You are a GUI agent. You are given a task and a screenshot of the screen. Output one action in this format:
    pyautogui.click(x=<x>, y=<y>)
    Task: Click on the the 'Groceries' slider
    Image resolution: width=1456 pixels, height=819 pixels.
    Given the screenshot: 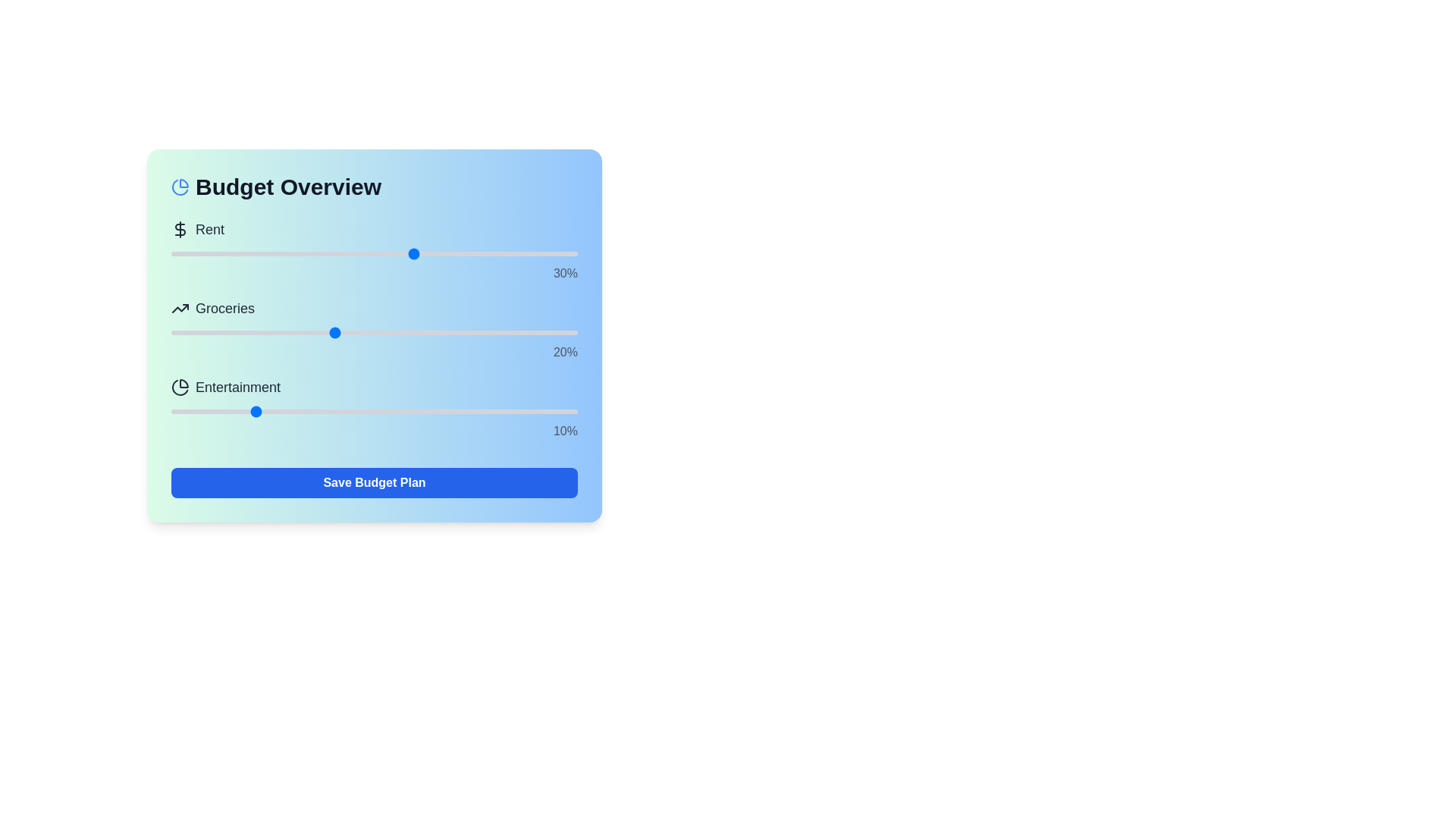 What is the action you would take?
    pyautogui.click(x=375, y=332)
    